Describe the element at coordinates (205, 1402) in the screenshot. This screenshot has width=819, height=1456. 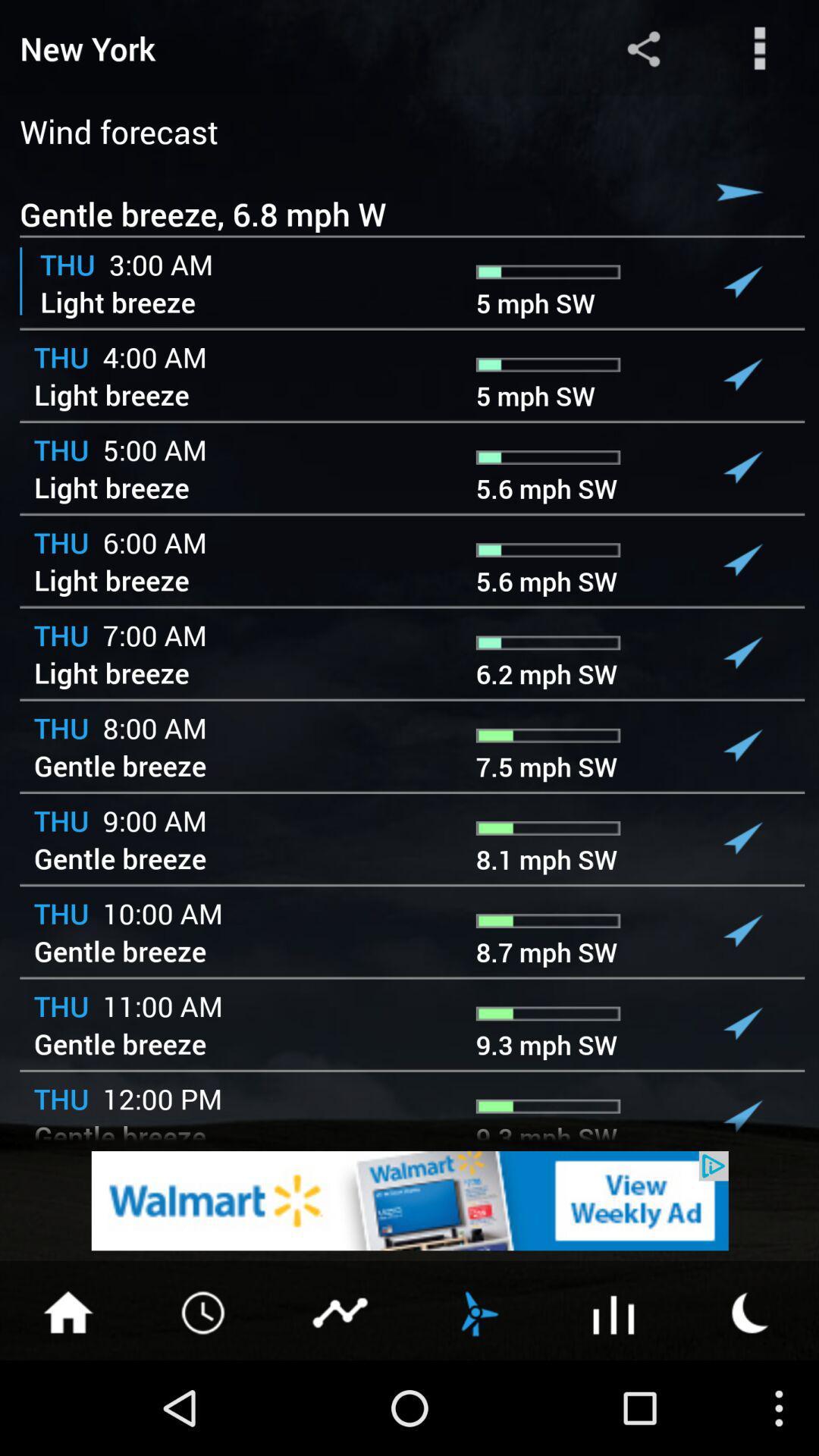
I see `the time icon` at that location.